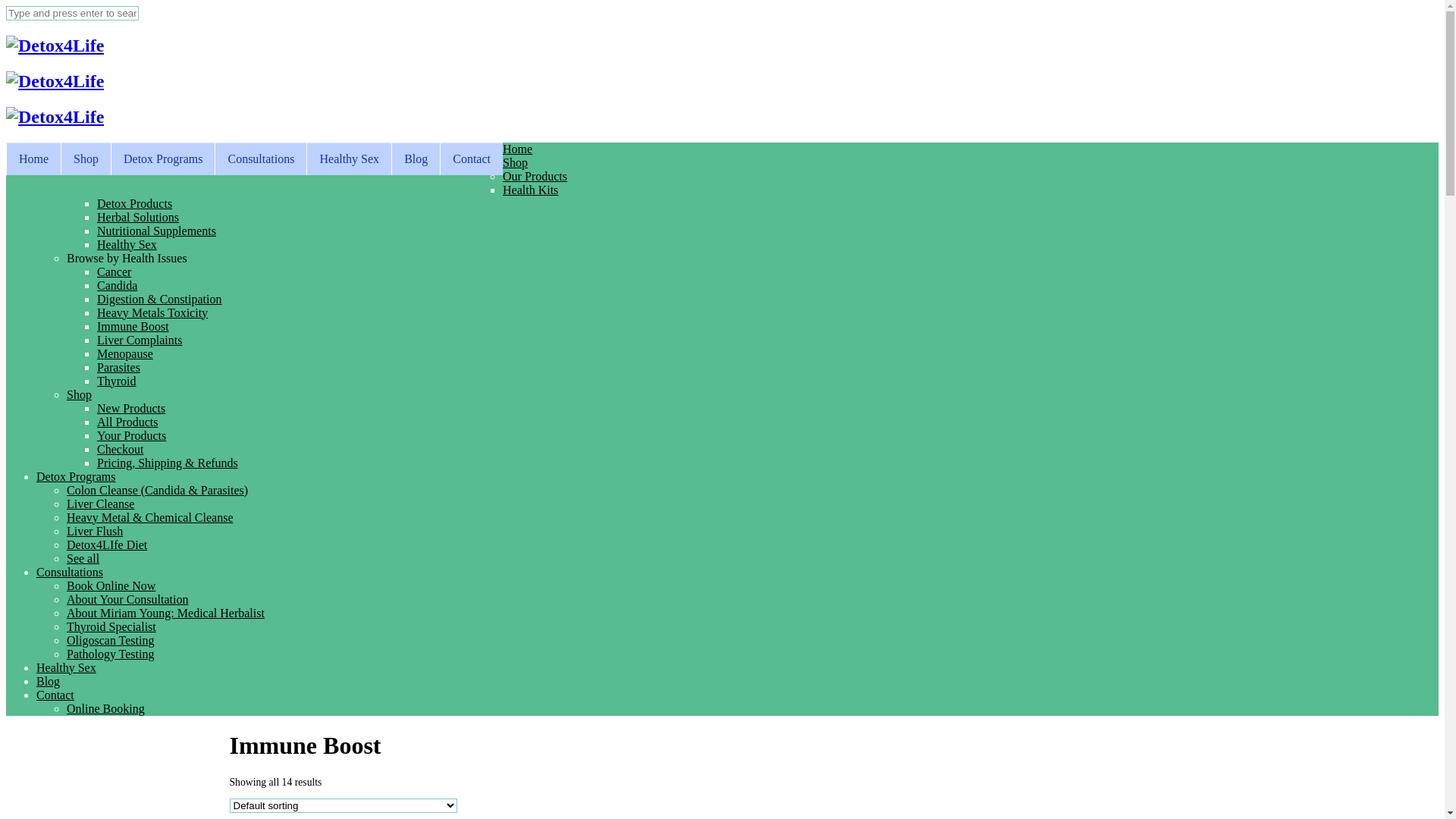 The width and height of the screenshot is (1456, 819). What do you see at coordinates (78, 394) in the screenshot?
I see `'Shop'` at bounding box center [78, 394].